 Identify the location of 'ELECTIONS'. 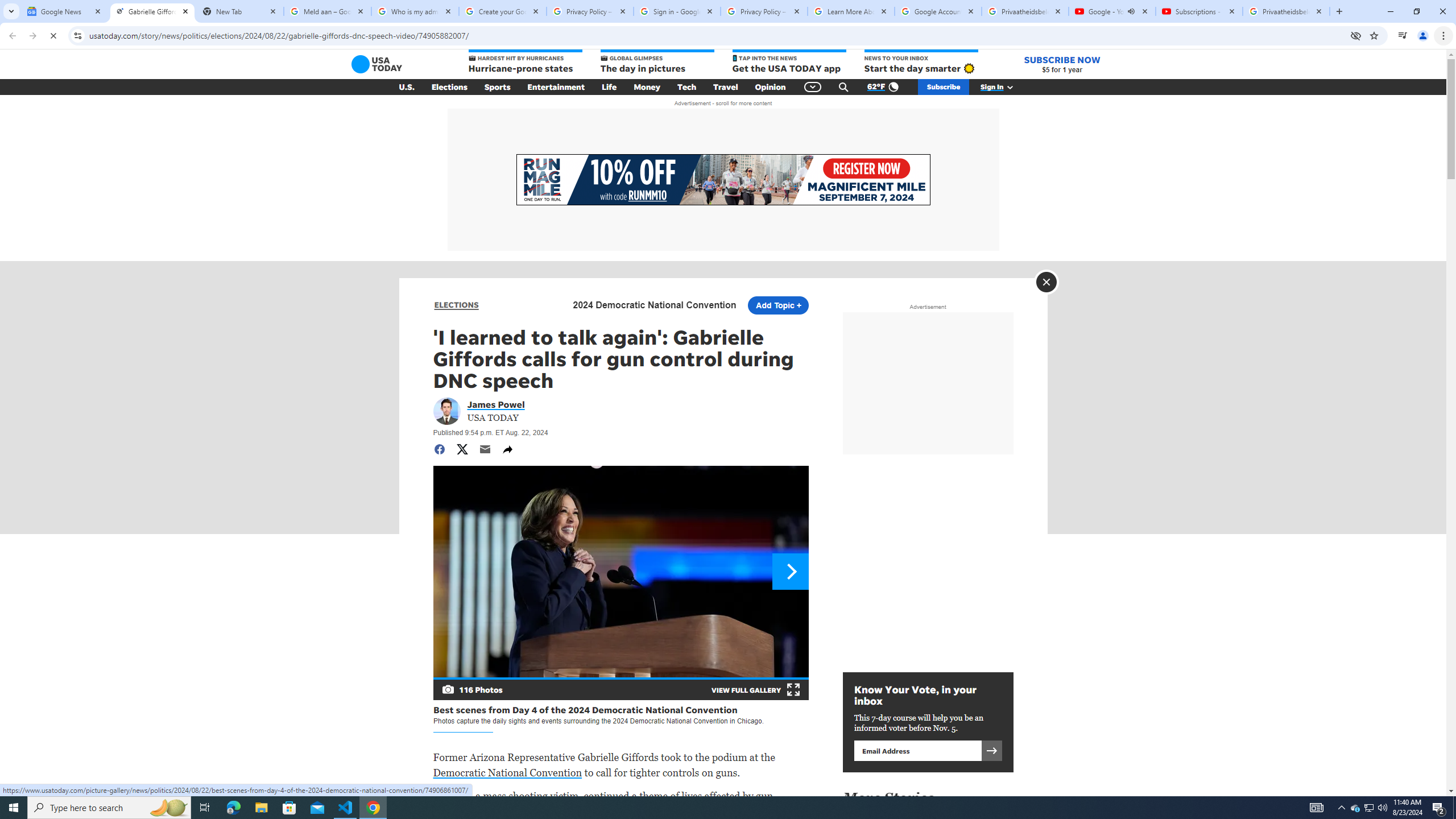
(456, 305).